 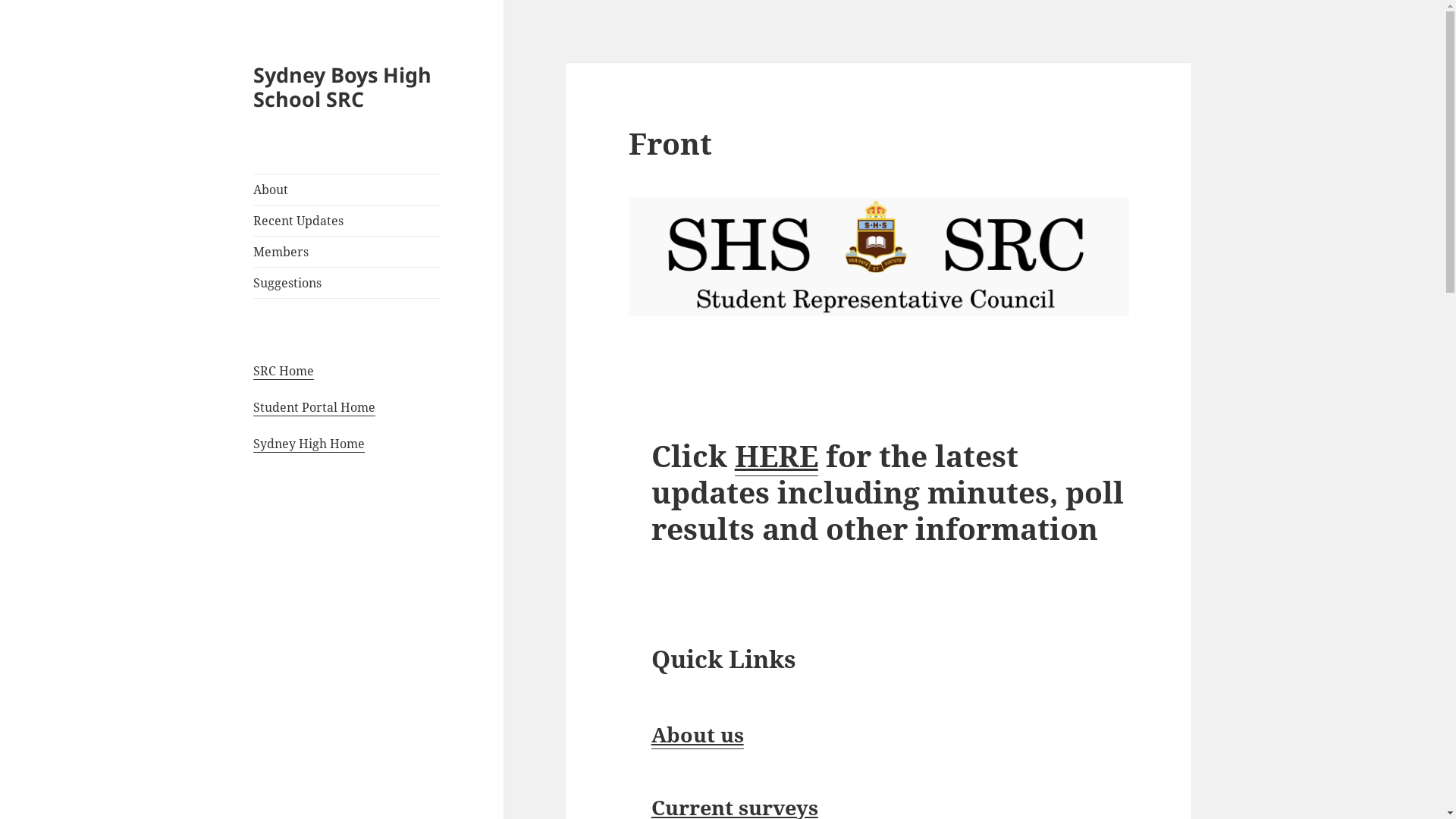 I want to click on 'Sydney High Home', so click(x=308, y=444).